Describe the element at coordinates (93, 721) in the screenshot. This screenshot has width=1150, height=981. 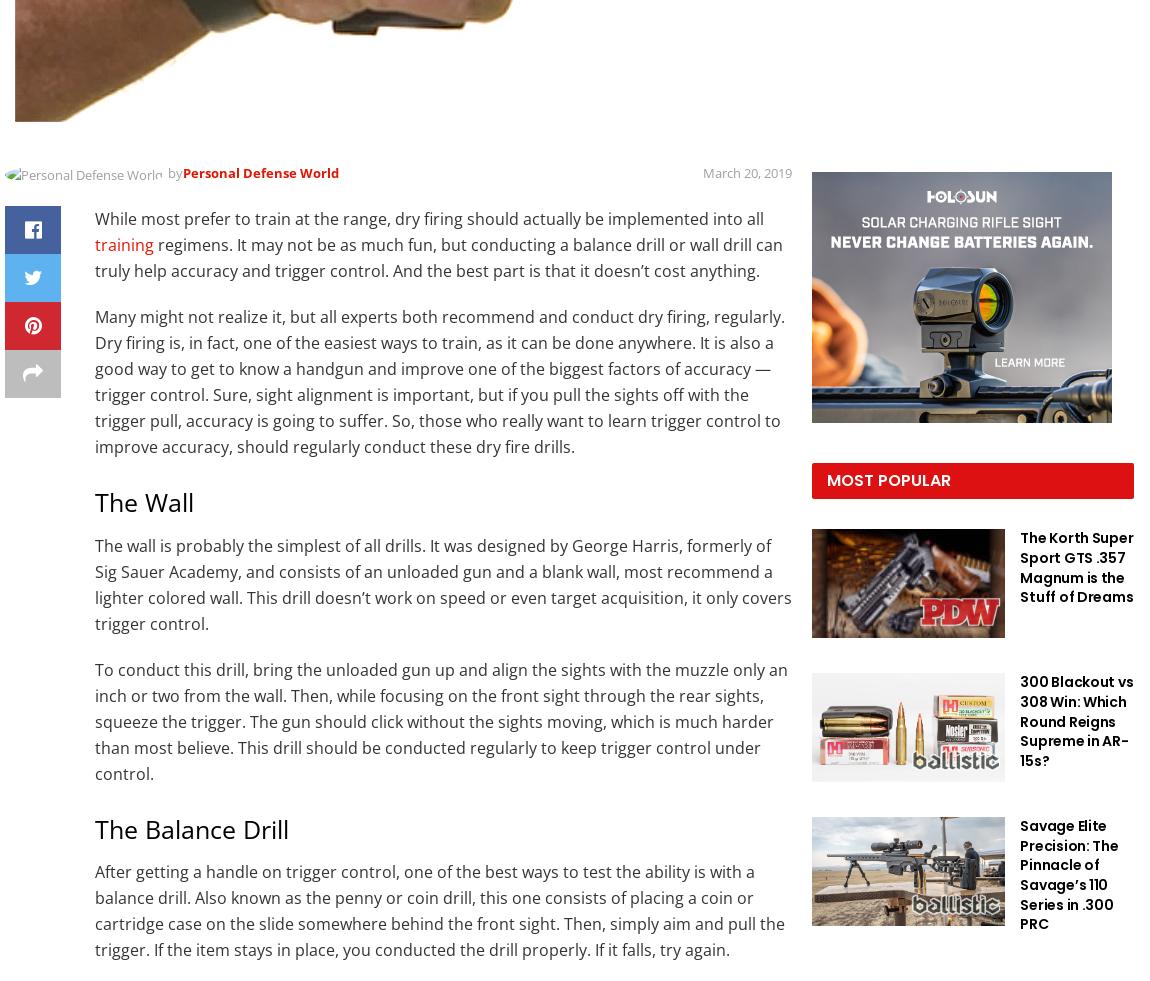
I see `'To conduct this drill, bring the unloaded gun up and align the sights with the muzzle only an inch or two from the wall. Then, while focusing on the front sight through the rear sights, squeeze the trigger. The gun should click without the sights moving, which is much harder than most believe. This drill should be conducted regularly to keep trigger control under control.'` at that location.